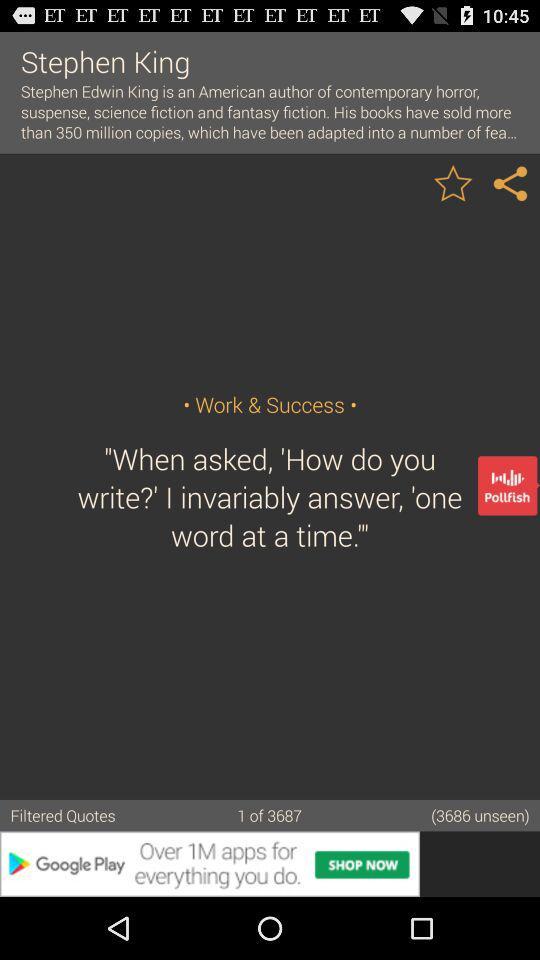 This screenshot has width=540, height=960. I want to click on advertisement, so click(270, 863).